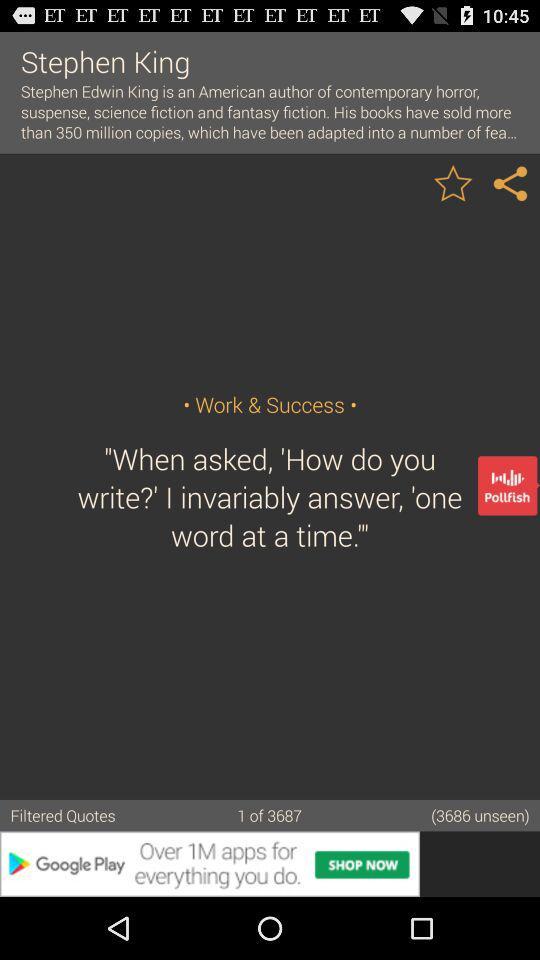 This screenshot has width=540, height=960. I want to click on advertisement, so click(270, 863).